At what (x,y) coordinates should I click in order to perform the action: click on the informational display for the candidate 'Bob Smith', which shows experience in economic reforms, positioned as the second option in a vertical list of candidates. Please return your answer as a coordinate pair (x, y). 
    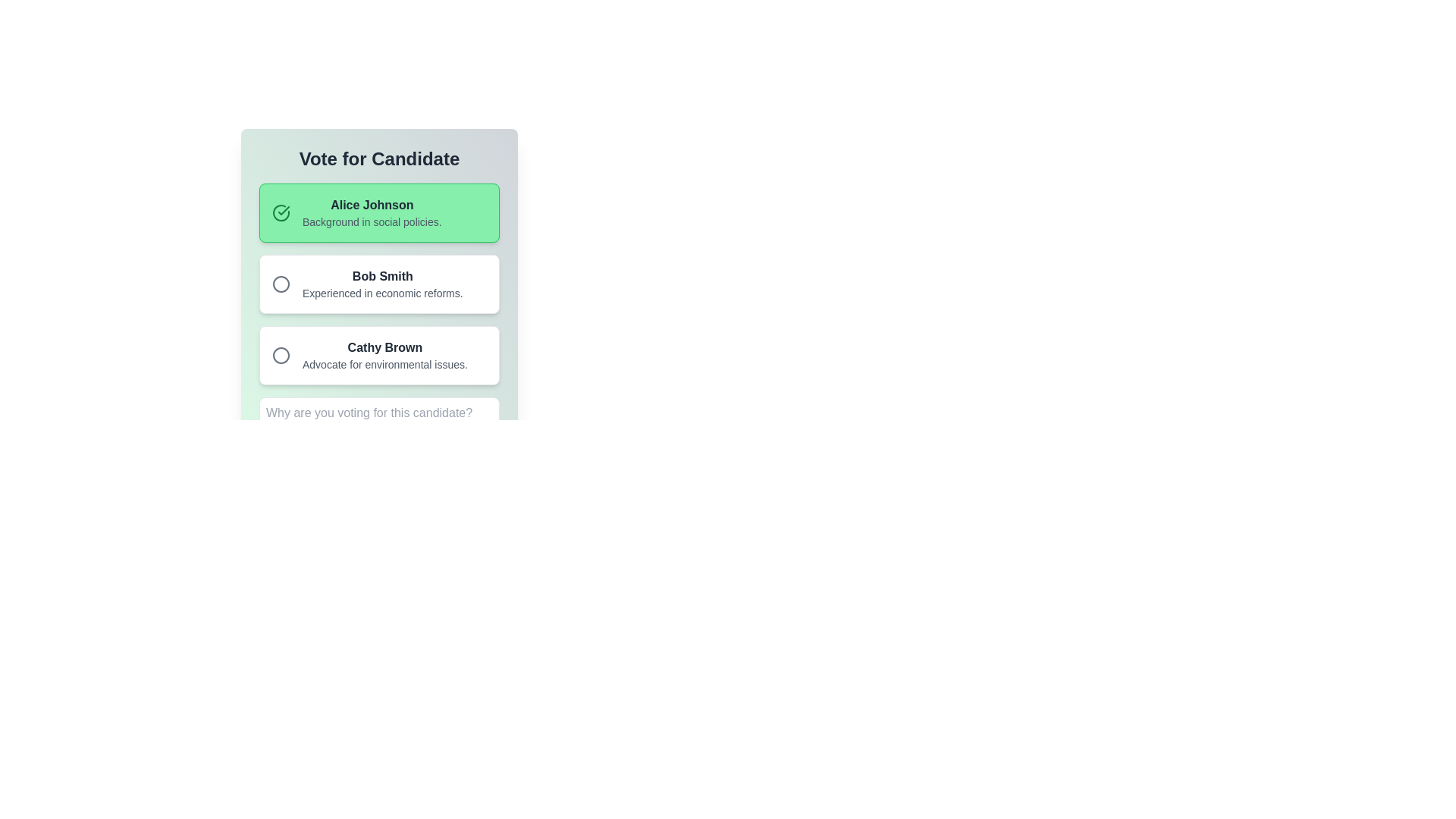
    Looking at the image, I should click on (382, 284).